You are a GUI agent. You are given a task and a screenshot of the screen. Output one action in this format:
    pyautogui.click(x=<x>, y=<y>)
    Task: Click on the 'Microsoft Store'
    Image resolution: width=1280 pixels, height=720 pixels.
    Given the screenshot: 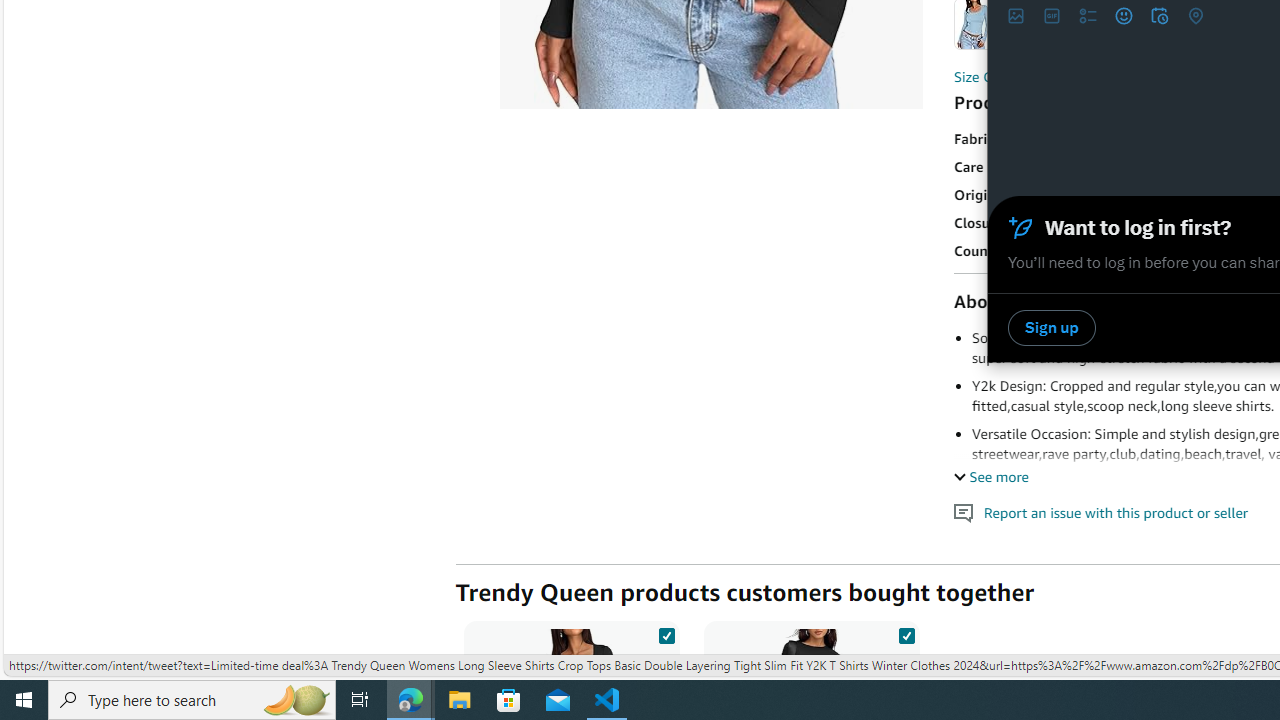 What is the action you would take?
    pyautogui.click(x=509, y=698)
    